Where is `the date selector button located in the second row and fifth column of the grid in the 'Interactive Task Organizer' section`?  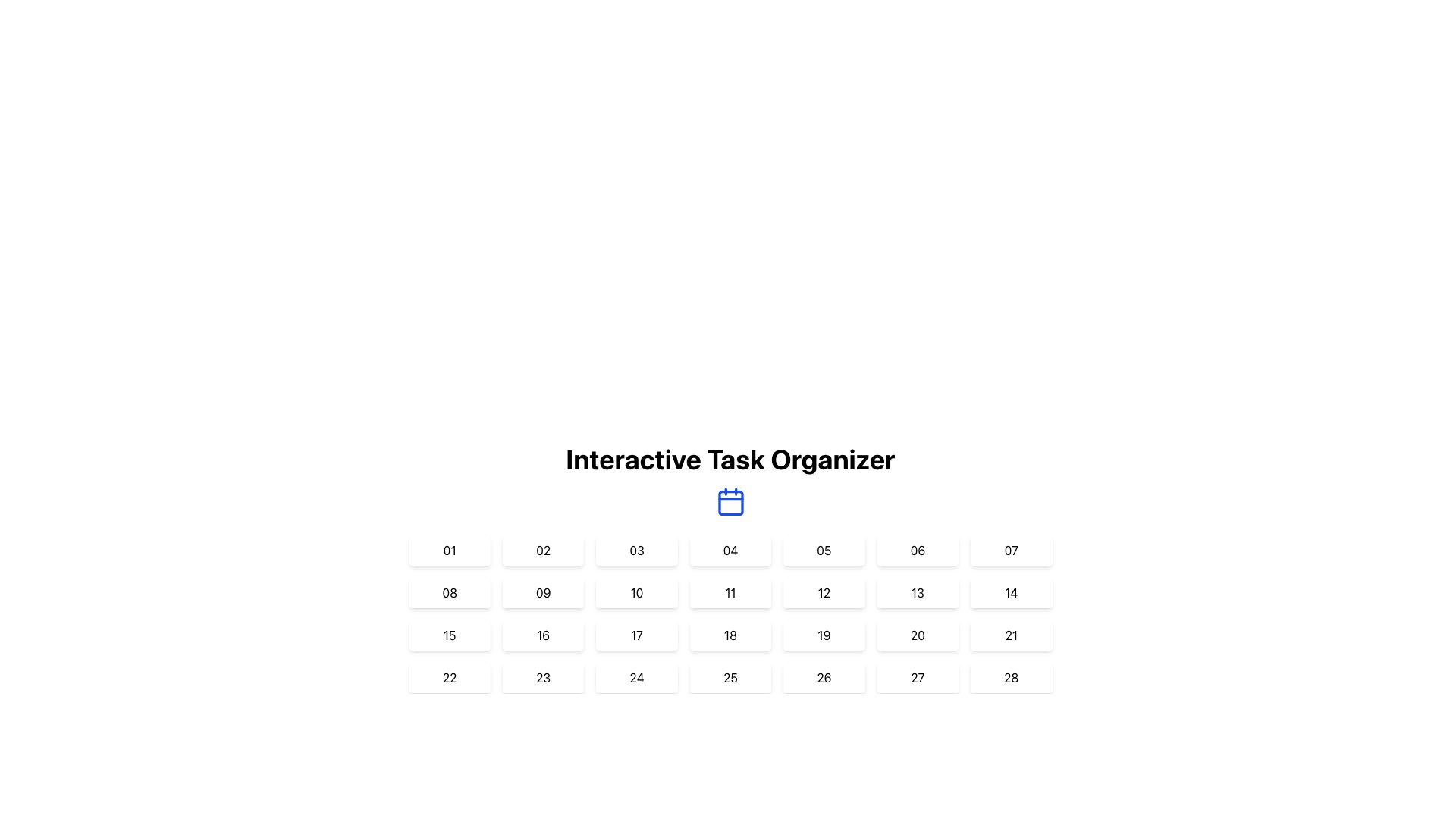 the date selector button located in the second row and fifth column of the grid in the 'Interactive Task Organizer' section is located at coordinates (823, 592).